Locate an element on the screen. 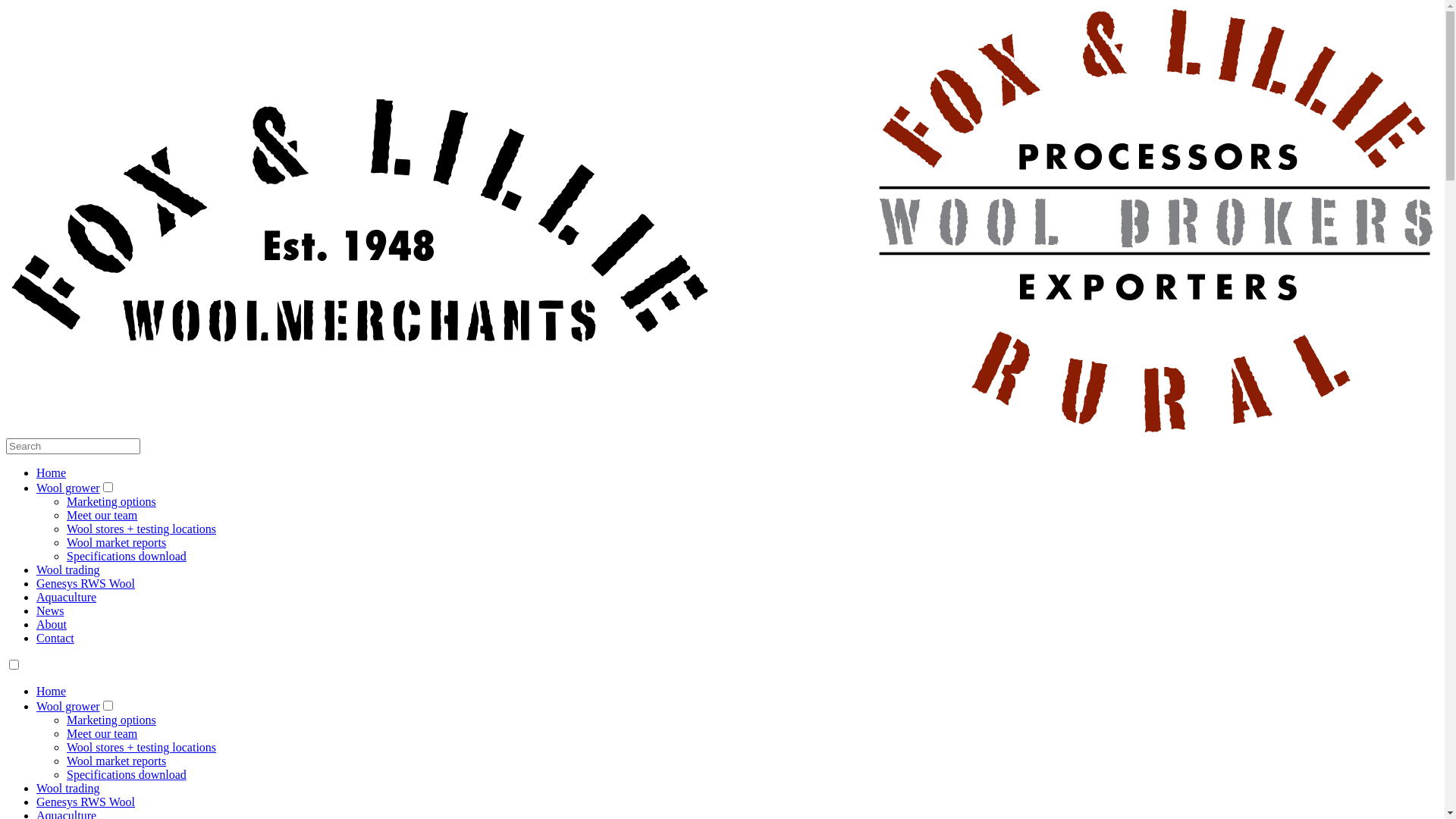 The width and height of the screenshot is (1456, 819). 'Marketing options' is located at coordinates (111, 719).